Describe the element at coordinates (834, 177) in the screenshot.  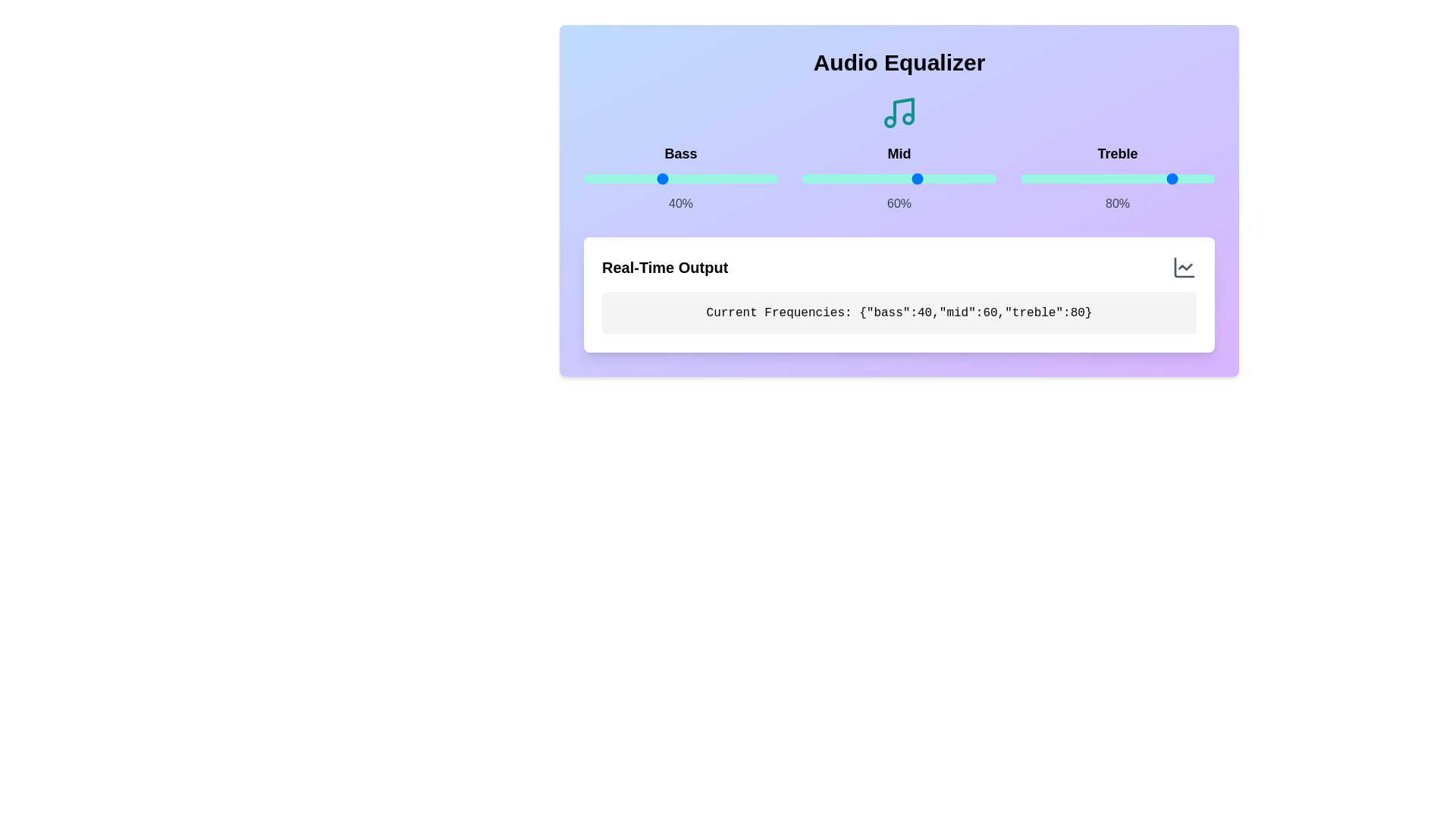
I see `the mid-frequency level` at that location.